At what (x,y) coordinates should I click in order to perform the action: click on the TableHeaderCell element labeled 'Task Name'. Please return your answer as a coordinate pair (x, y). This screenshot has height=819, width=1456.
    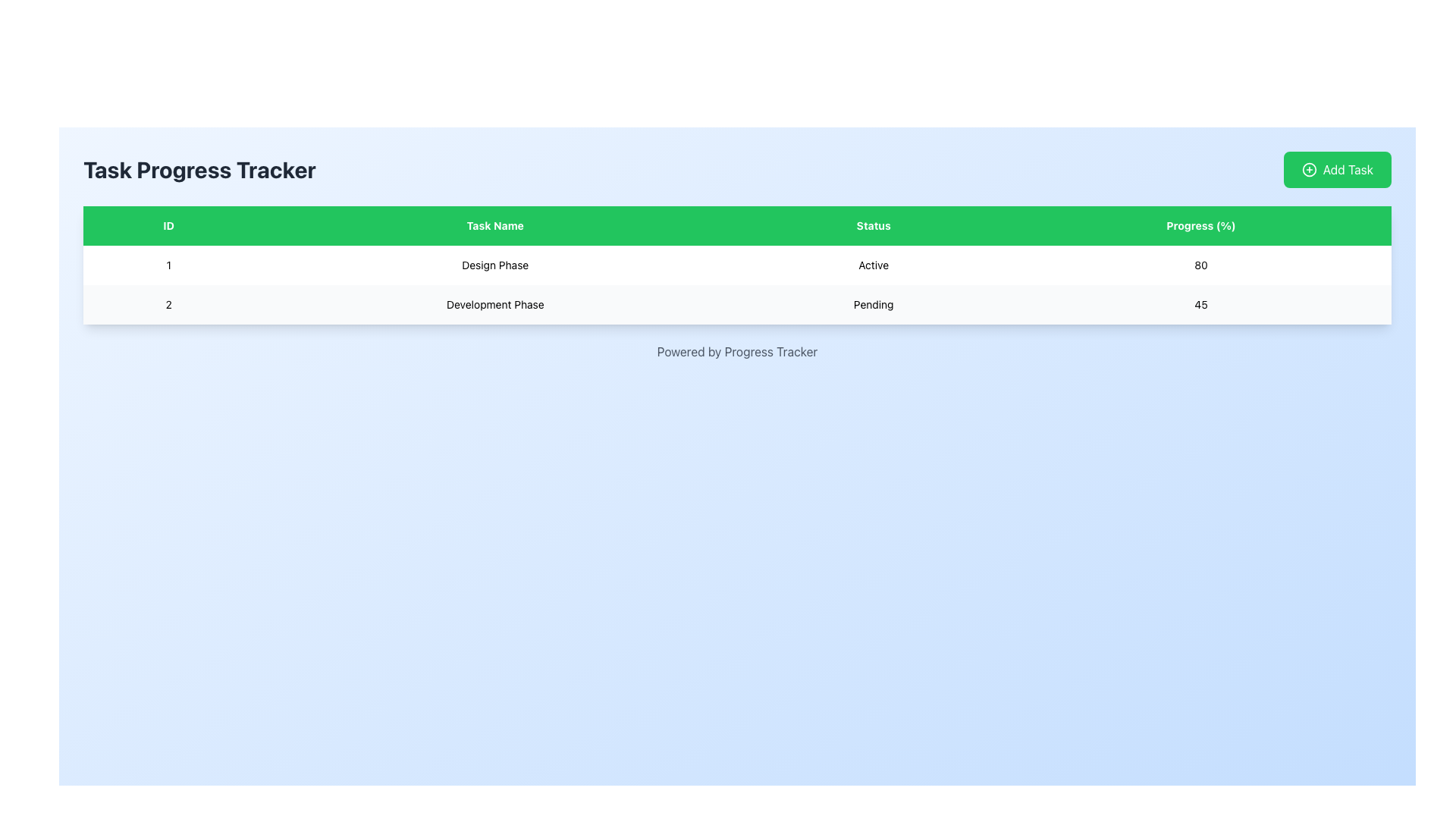
    Looking at the image, I should click on (495, 225).